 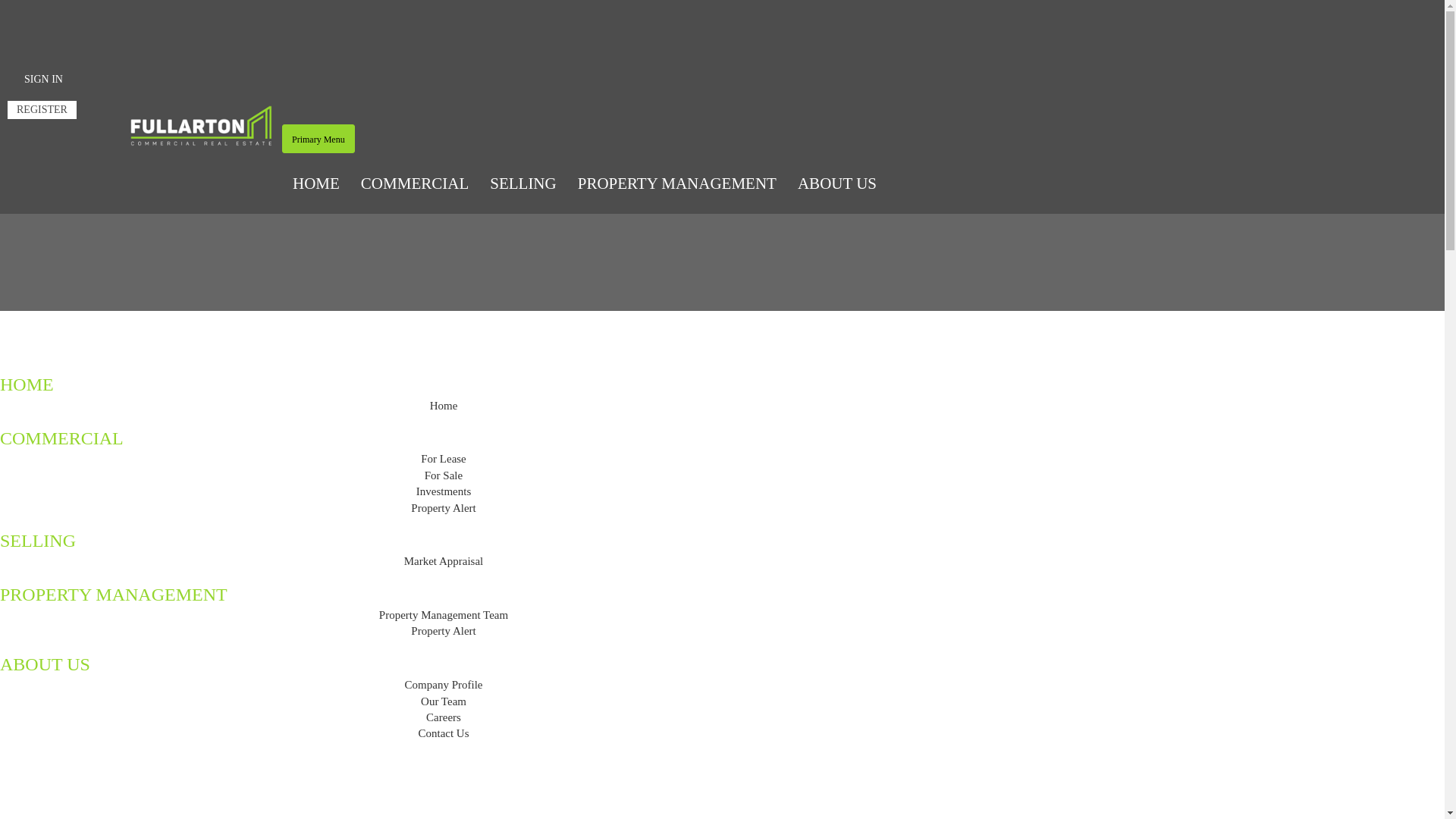 I want to click on 'SELLING', so click(x=523, y=183).